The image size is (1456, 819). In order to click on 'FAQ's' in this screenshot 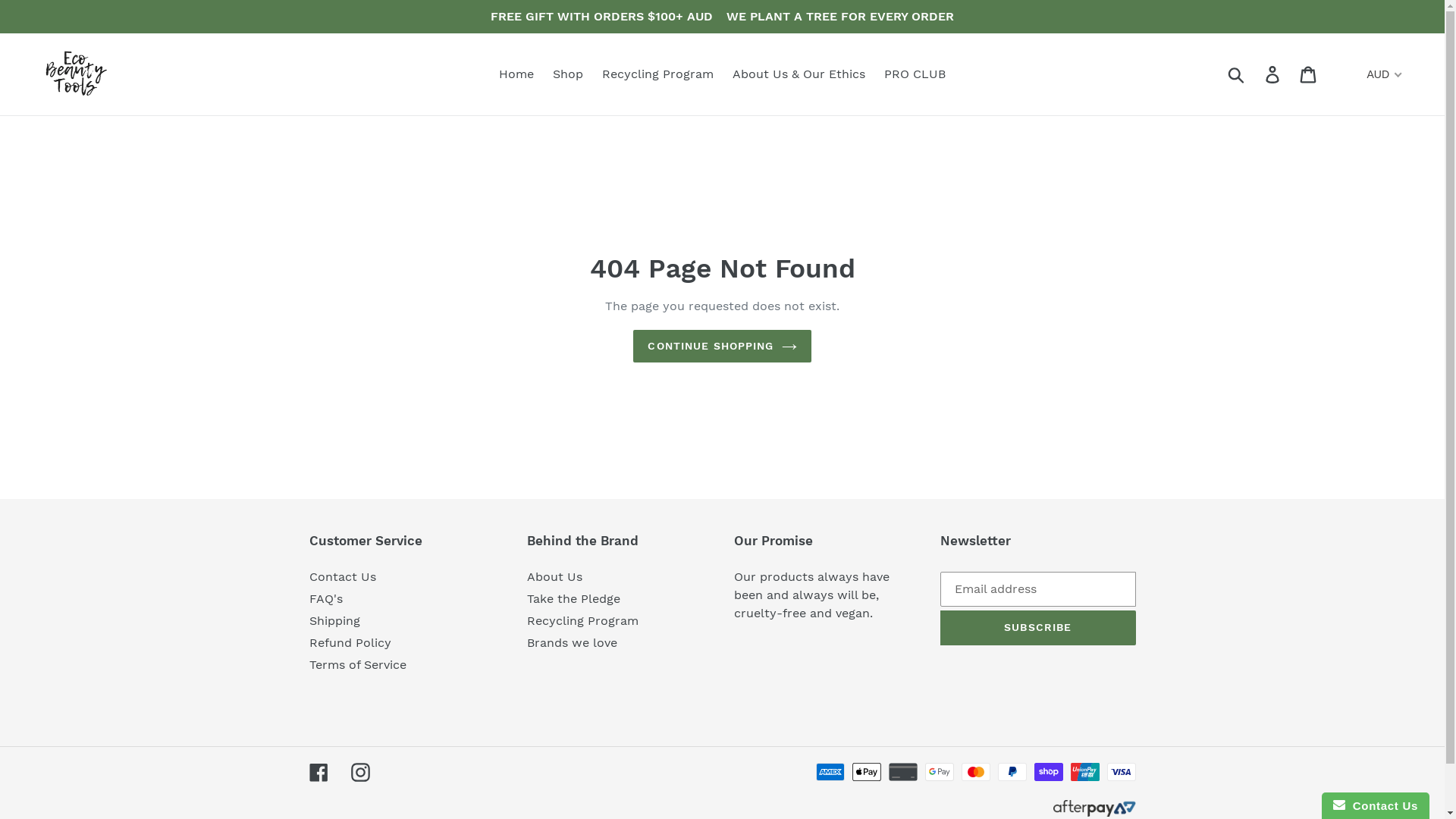, I will do `click(325, 598)`.